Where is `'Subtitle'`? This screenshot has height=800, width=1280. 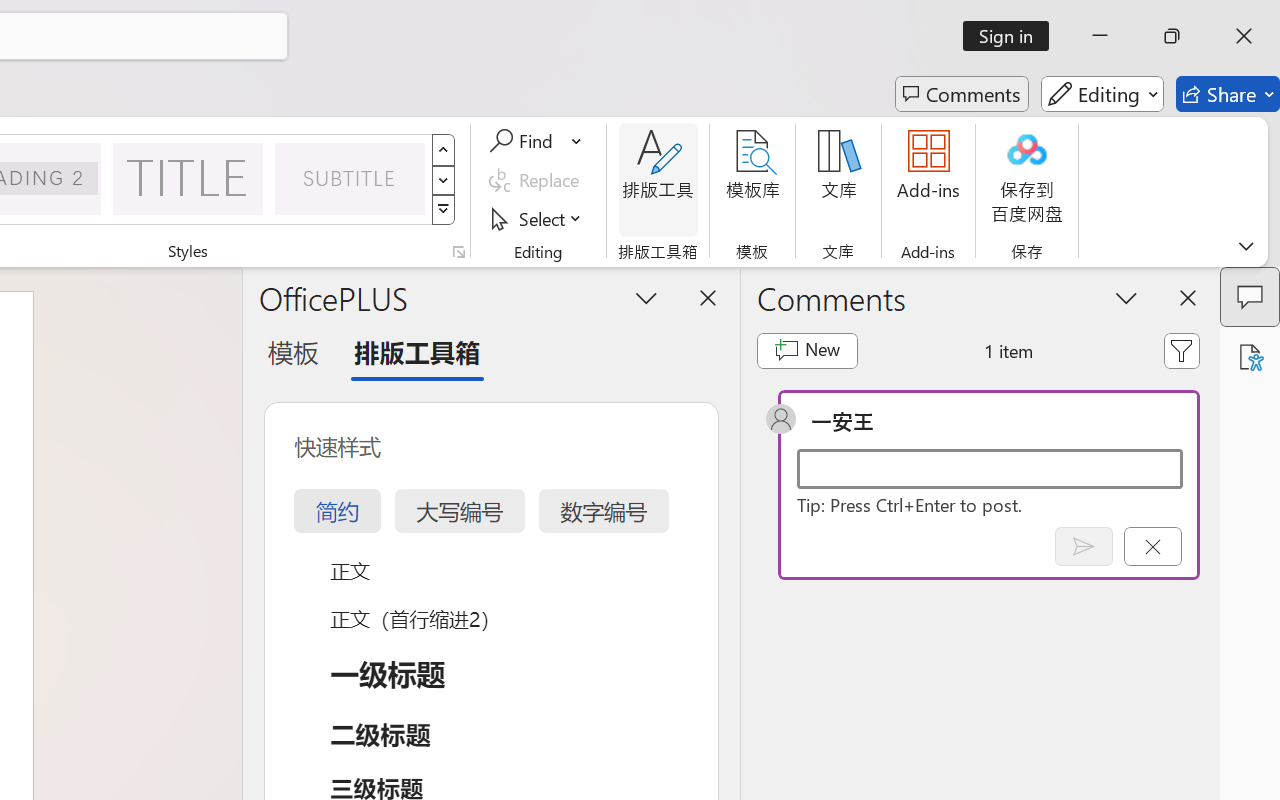
'Subtitle' is located at coordinates (350, 177).